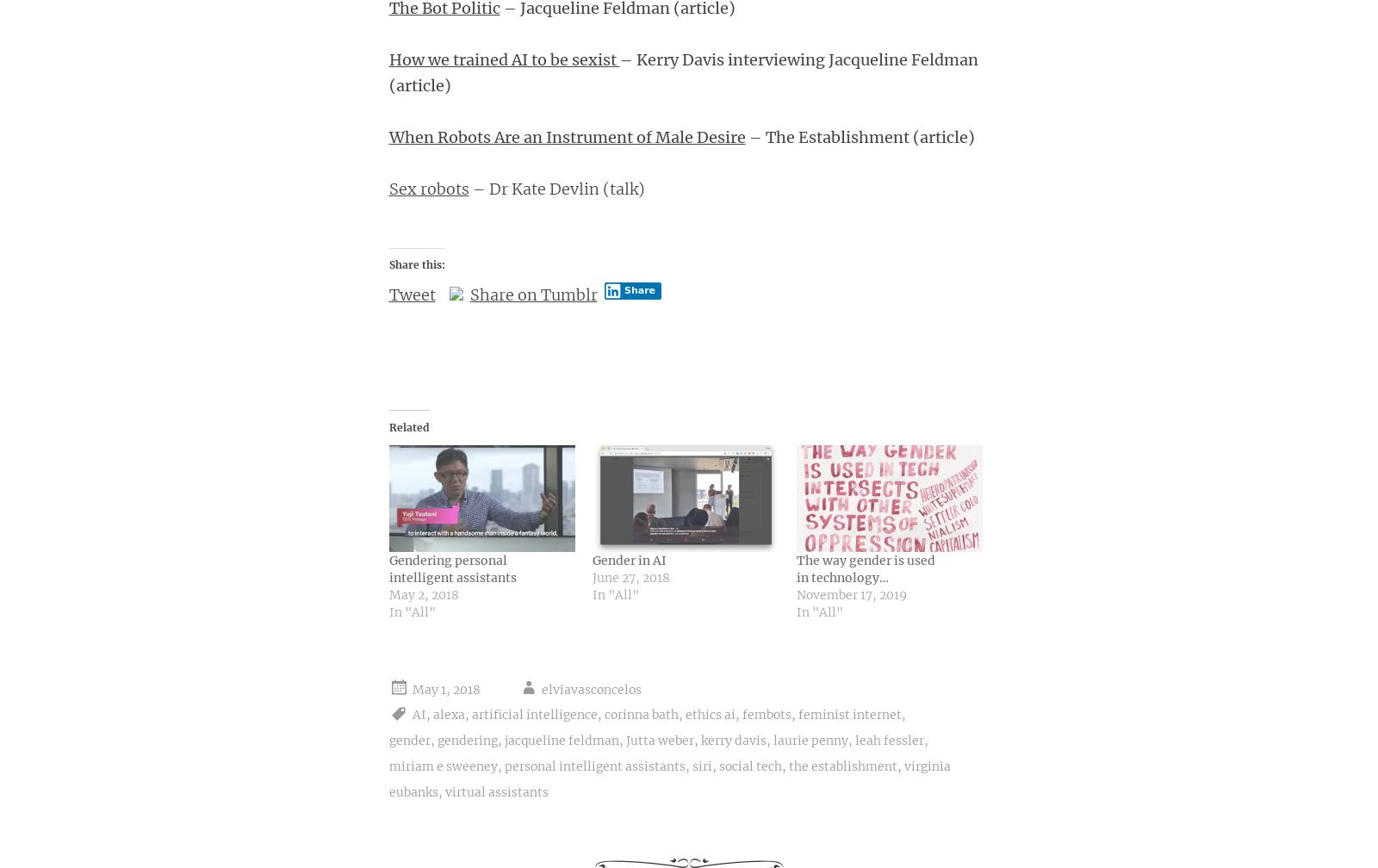 This screenshot has width=1378, height=868. I want to click on '– Kerry Davis interviewing Jacqueline Feldman (article)', so click(682, 72).